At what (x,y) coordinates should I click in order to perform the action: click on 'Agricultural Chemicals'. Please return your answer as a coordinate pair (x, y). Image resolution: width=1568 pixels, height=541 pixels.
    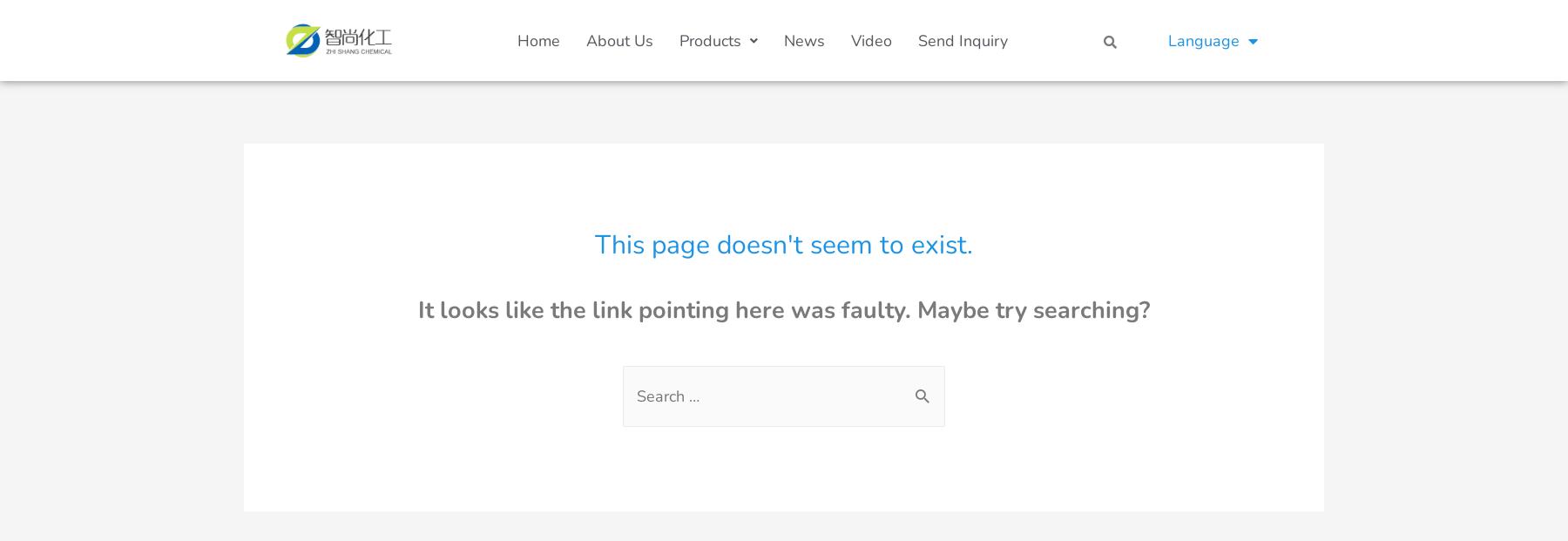
    Looking at the image, I should click on (768, 368).